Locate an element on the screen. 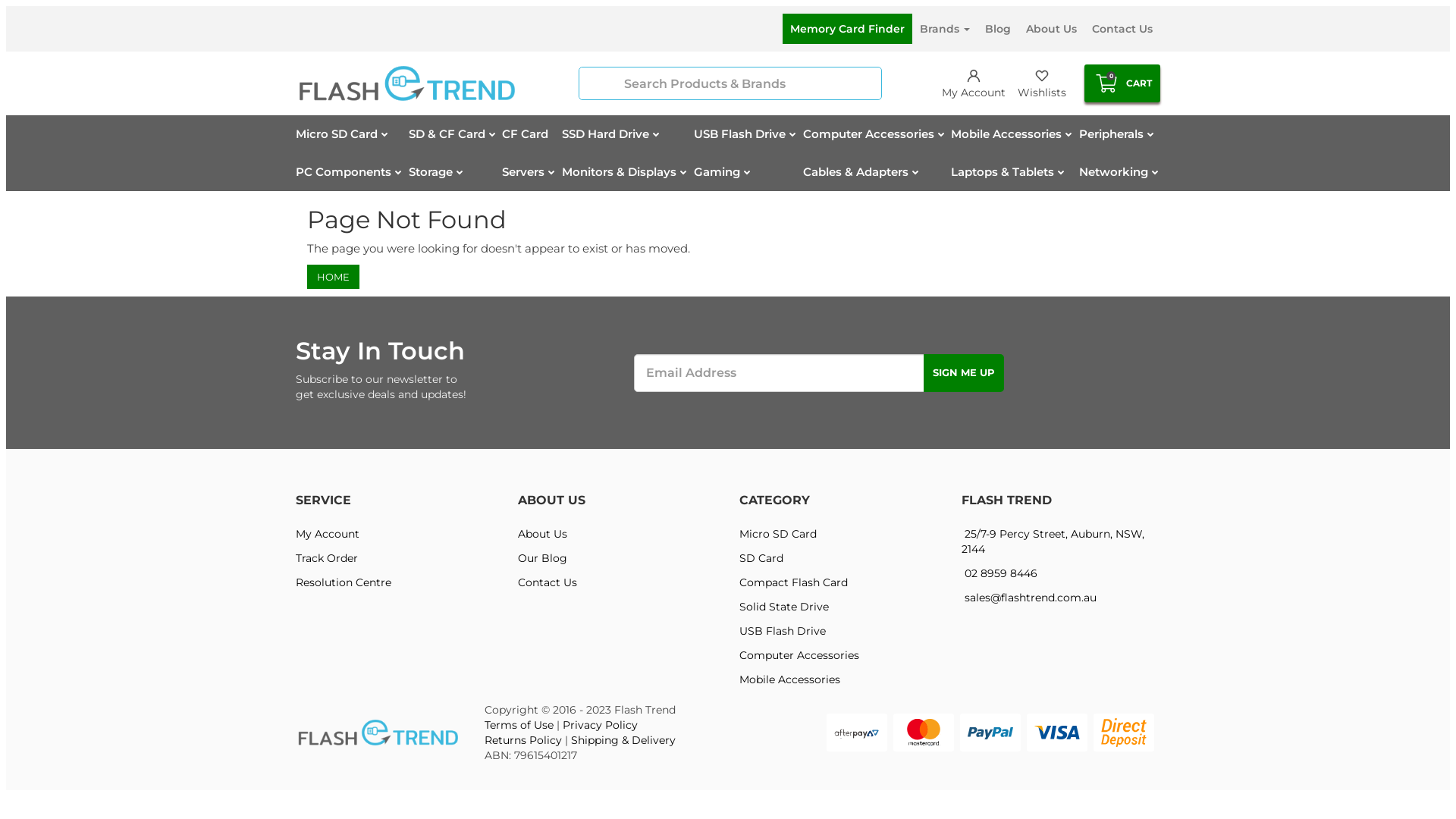 The width and height of the screenshot is (1456, 819). 'Cables & Adapters' is located at coordinates (861, 171).